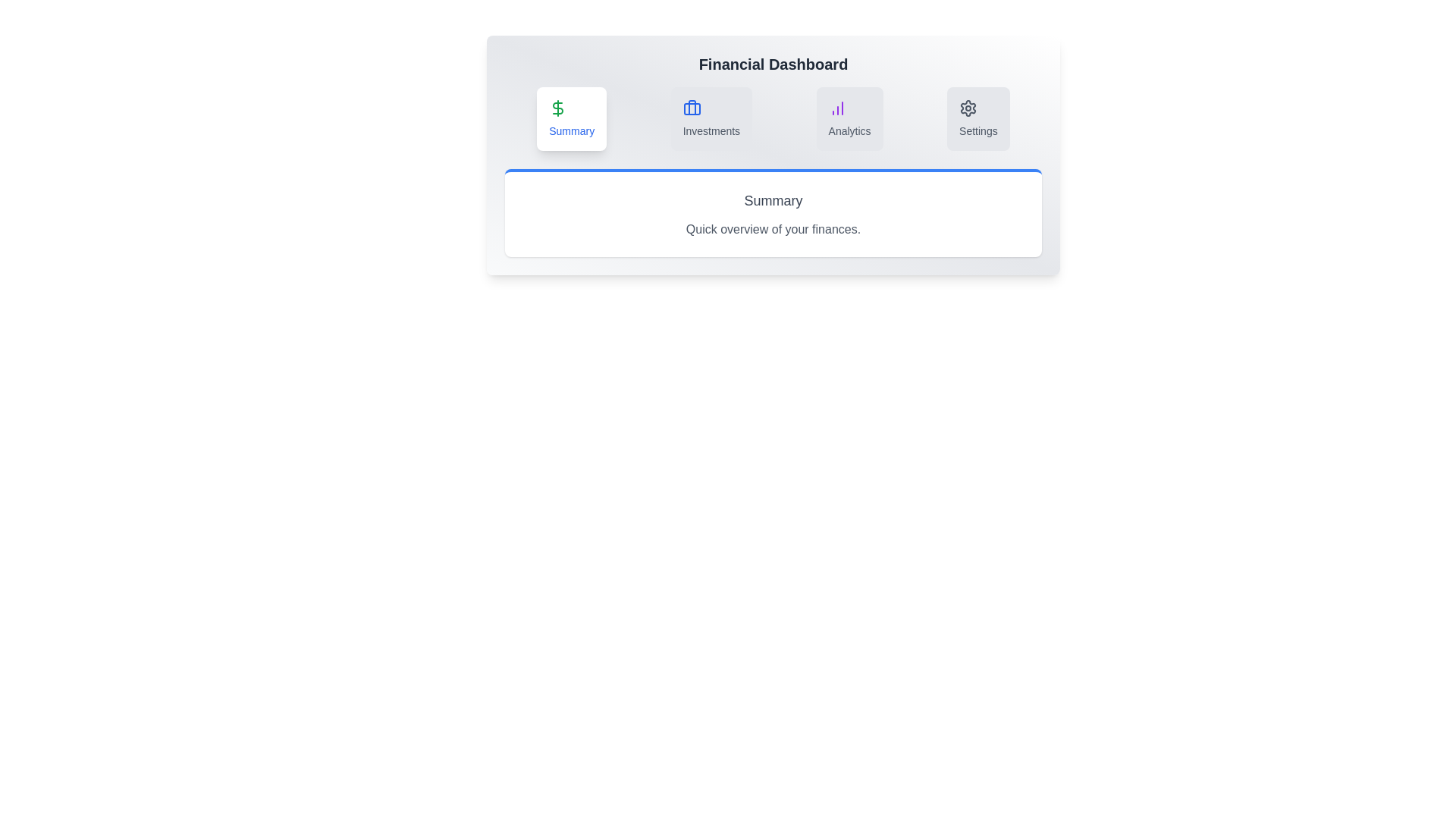 Image resolution: width=1456 pixels, height=819 pixels. Describe the element at coordinates (571, 118) in the screenshot. I see `the tab with the label Summary` at that location.